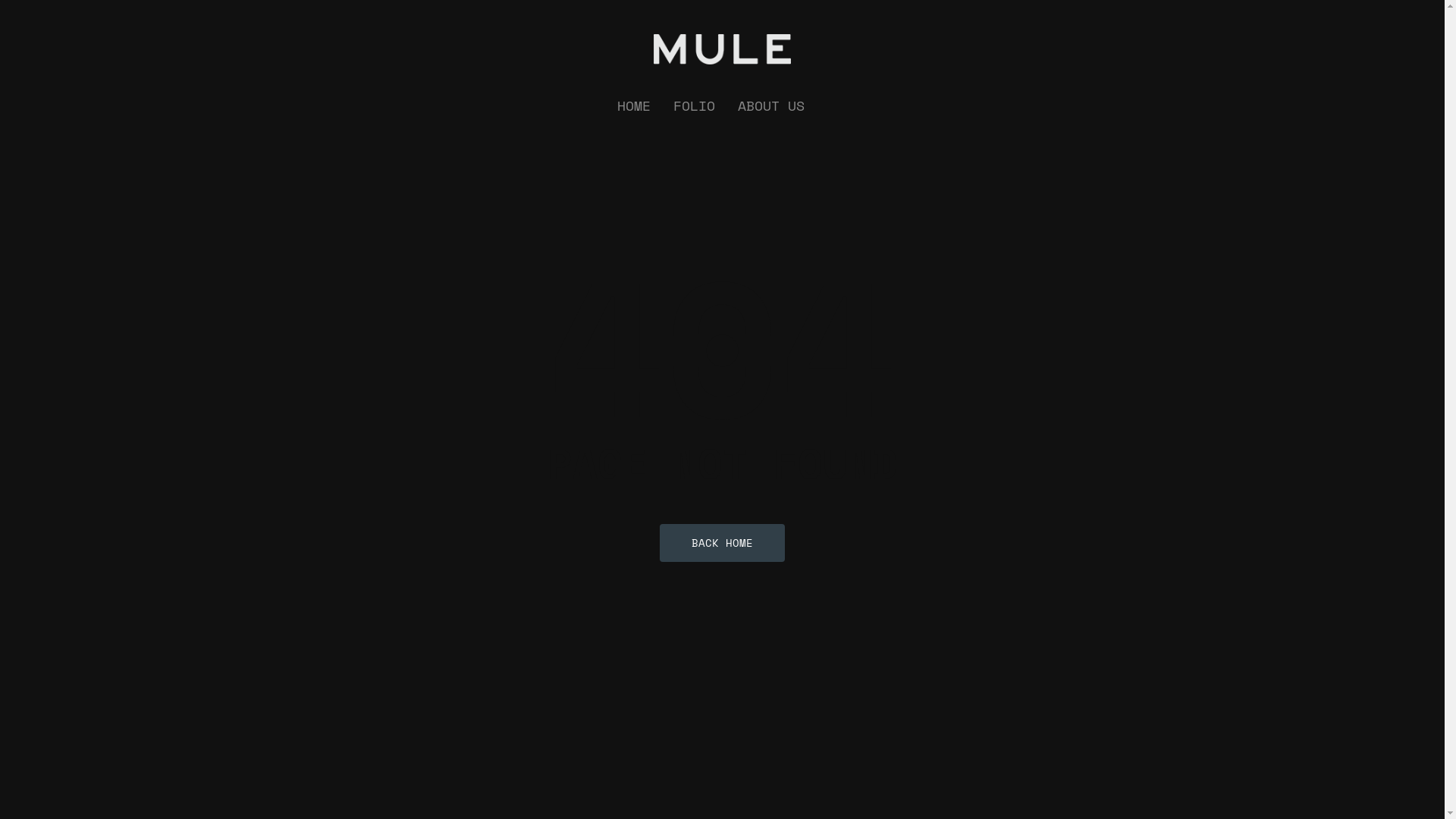 The height and width of the screenshot is (819, 1456). What do you see at coordinates (693, 105) in the screenshot?
I see `'FOLIO'` at bounding box center [693, 105].